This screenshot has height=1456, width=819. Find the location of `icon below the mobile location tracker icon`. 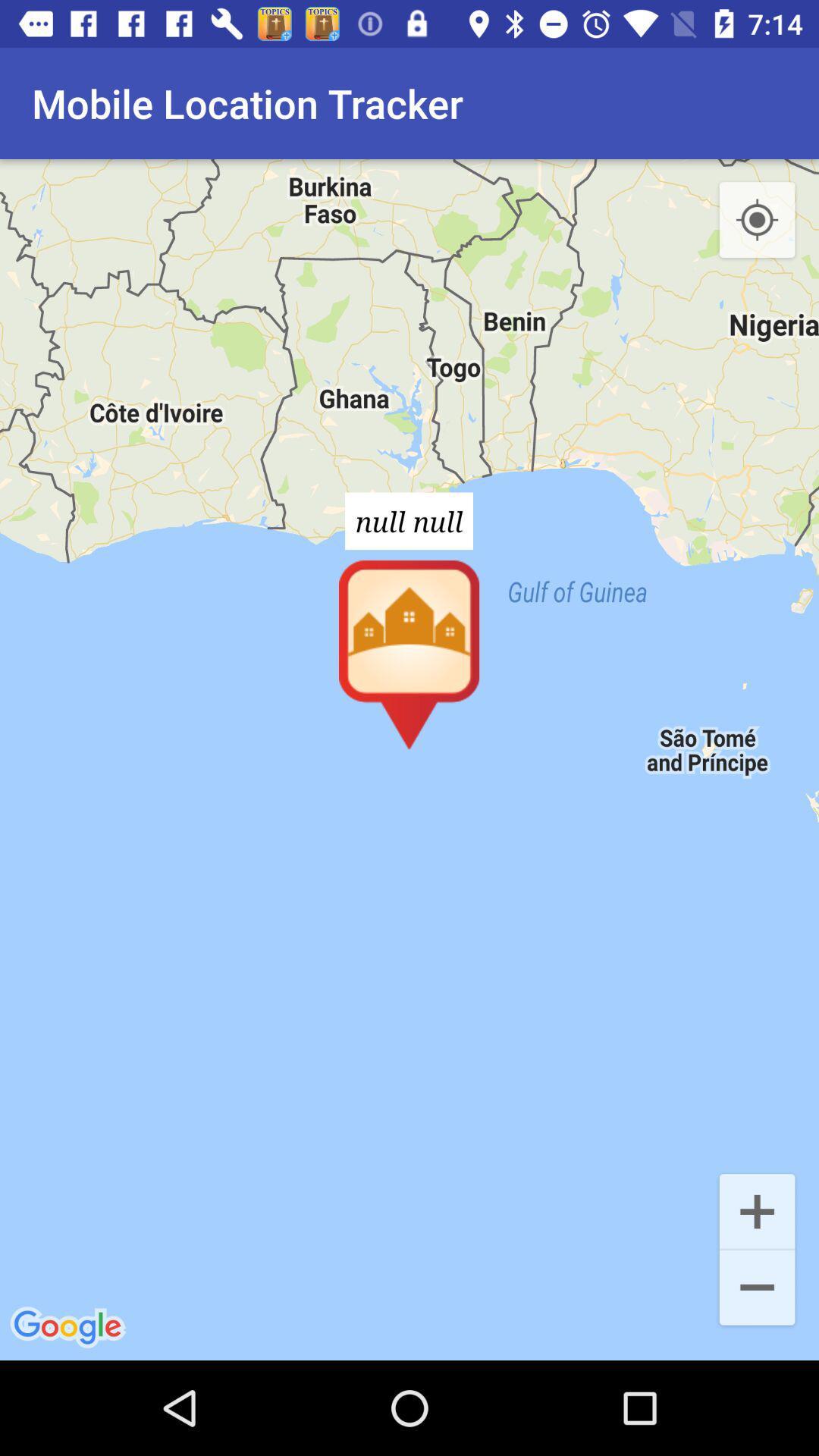

icon below the mobile location tracker icon is located at coordinates (409, 760).